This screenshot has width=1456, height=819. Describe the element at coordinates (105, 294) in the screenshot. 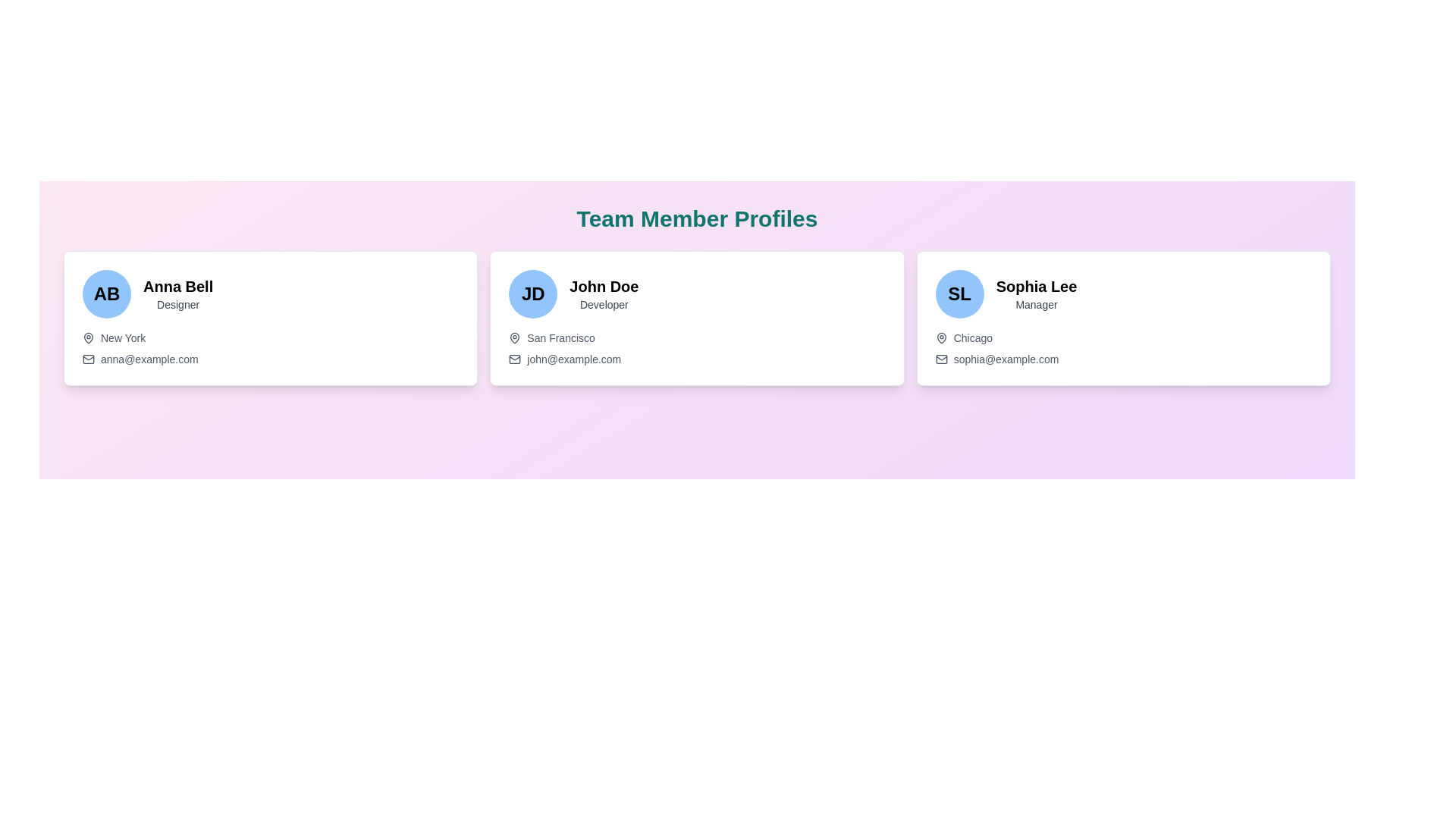

I see `the avatar representing Anna Bell, located in the leftmost card at the top-left, for further interaction` at that location.